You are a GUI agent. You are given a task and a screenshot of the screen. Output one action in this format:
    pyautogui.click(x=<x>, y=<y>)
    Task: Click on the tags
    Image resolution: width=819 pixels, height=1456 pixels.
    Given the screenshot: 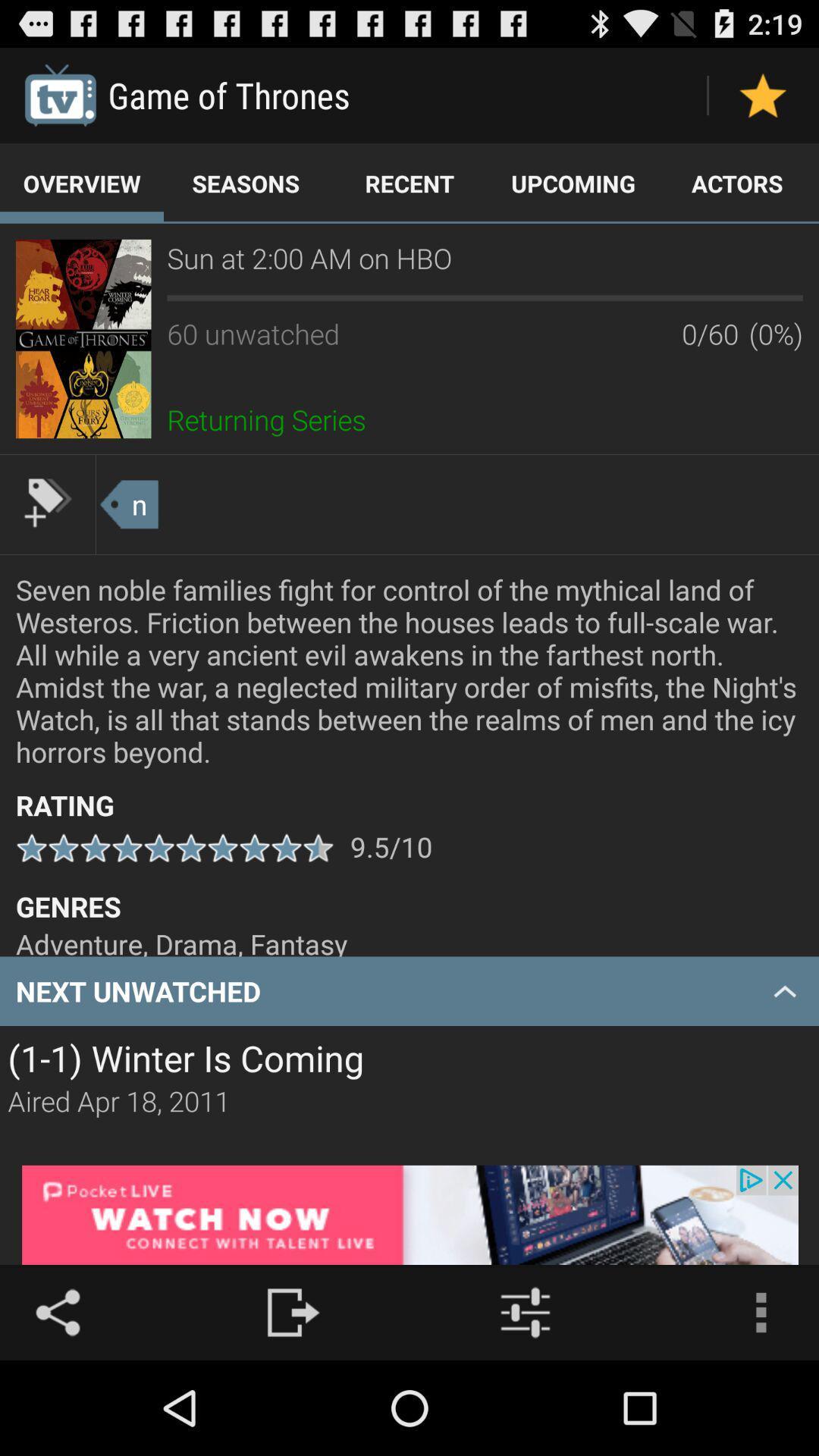 What is the action you would take?
    pyautogui.click(x=46, y=502)
    